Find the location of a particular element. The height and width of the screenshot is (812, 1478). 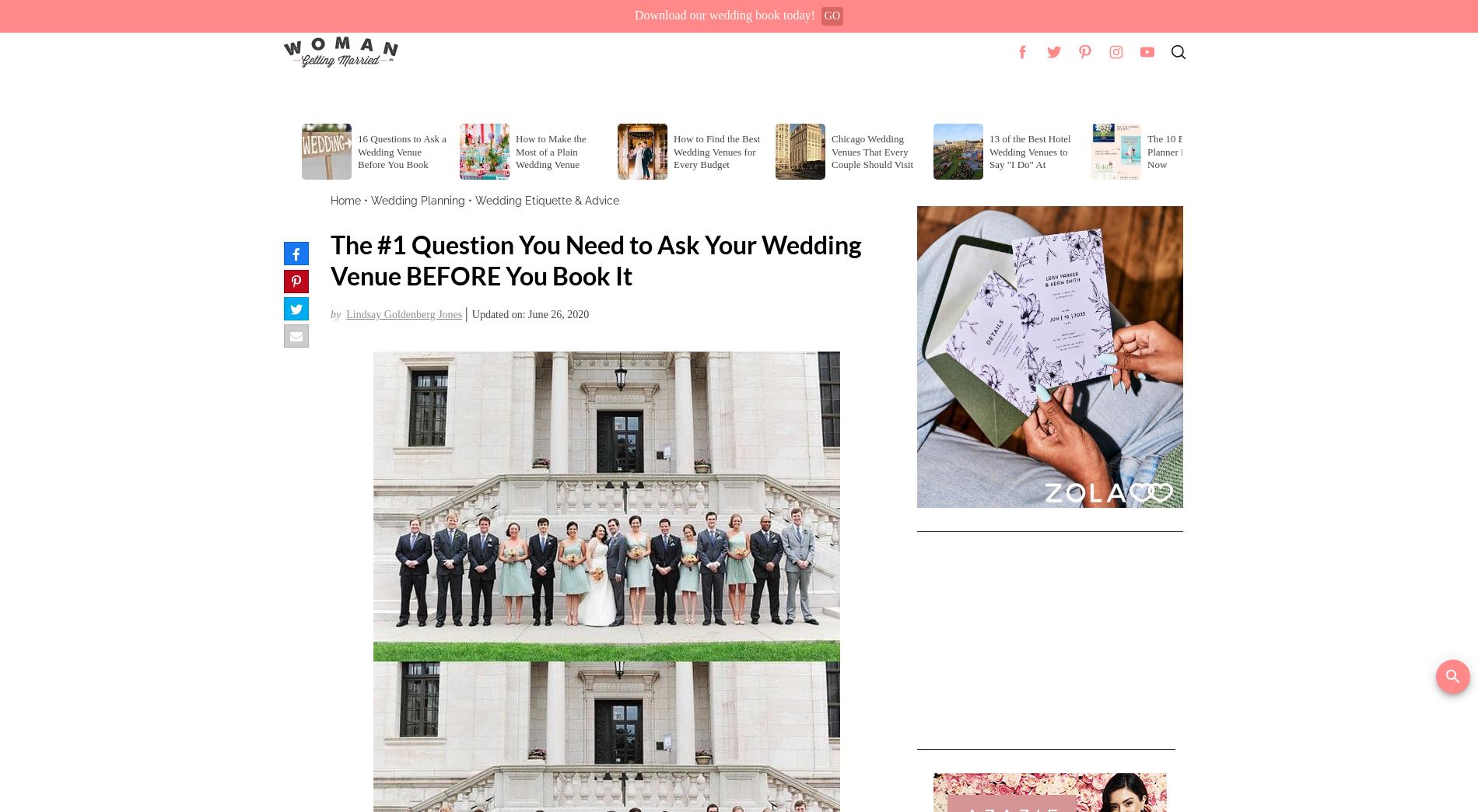

'The #1 Question You Need to Ask Your Wedding Venue BEFORE You Book It' is located at coordinates (595, 260).